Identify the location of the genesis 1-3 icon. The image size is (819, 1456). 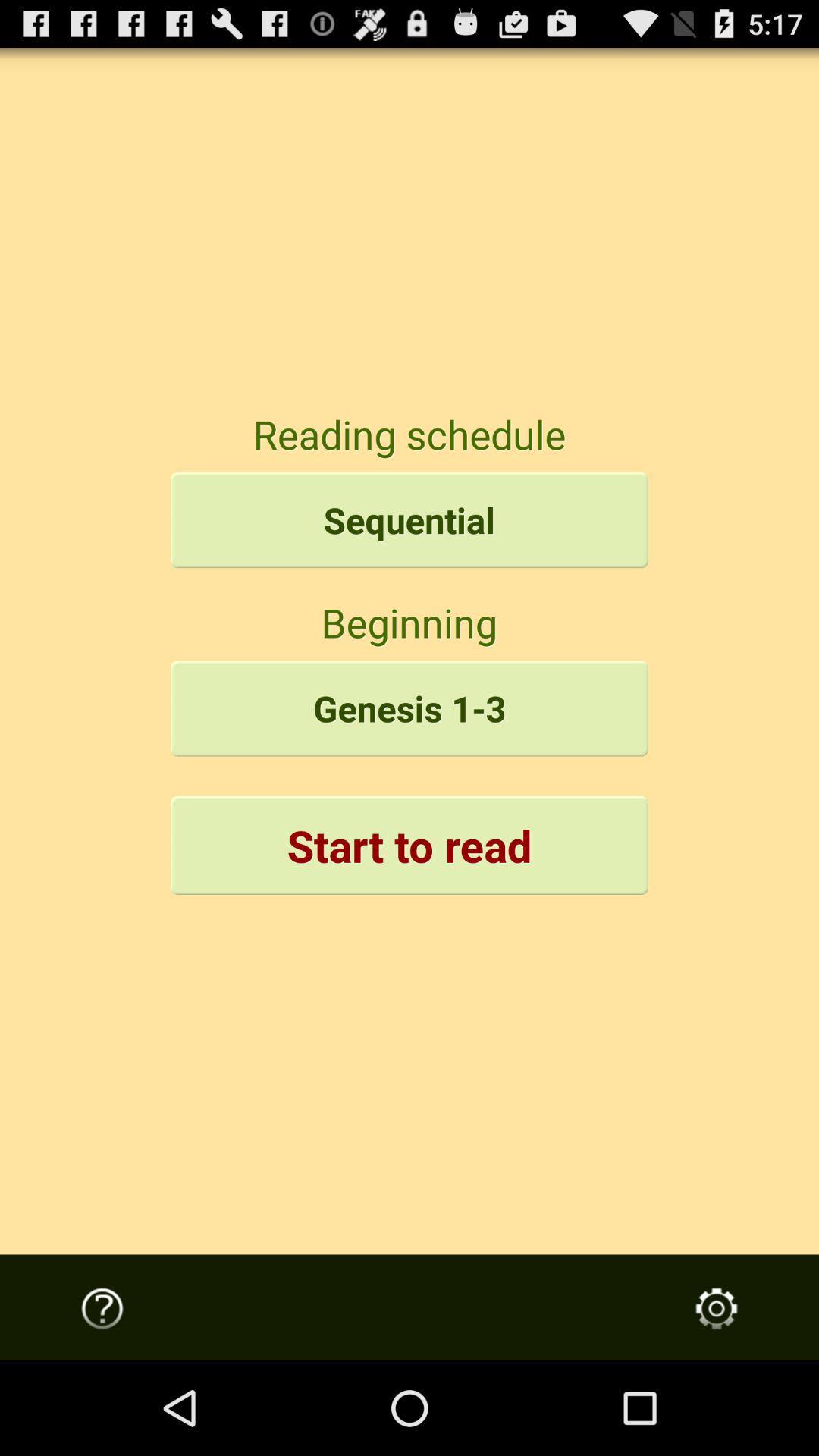
(409, 708).